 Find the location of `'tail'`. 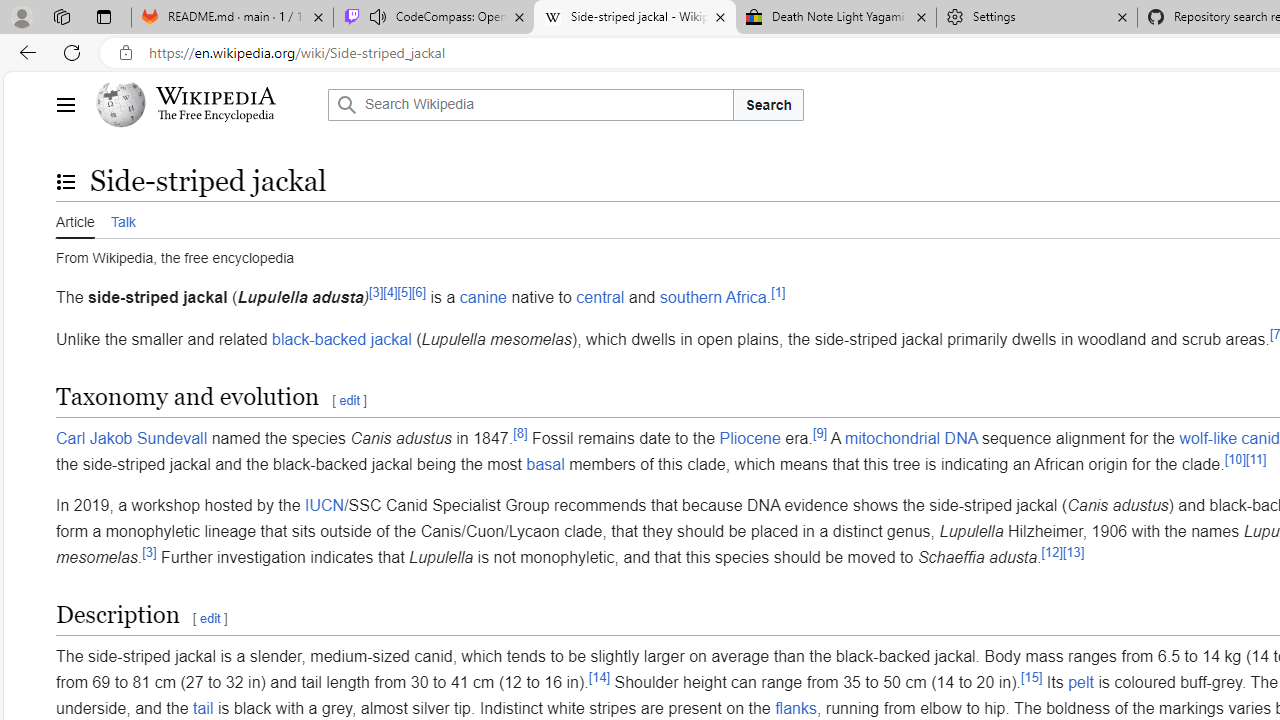

'tail' is located at coordinates (203, 707).